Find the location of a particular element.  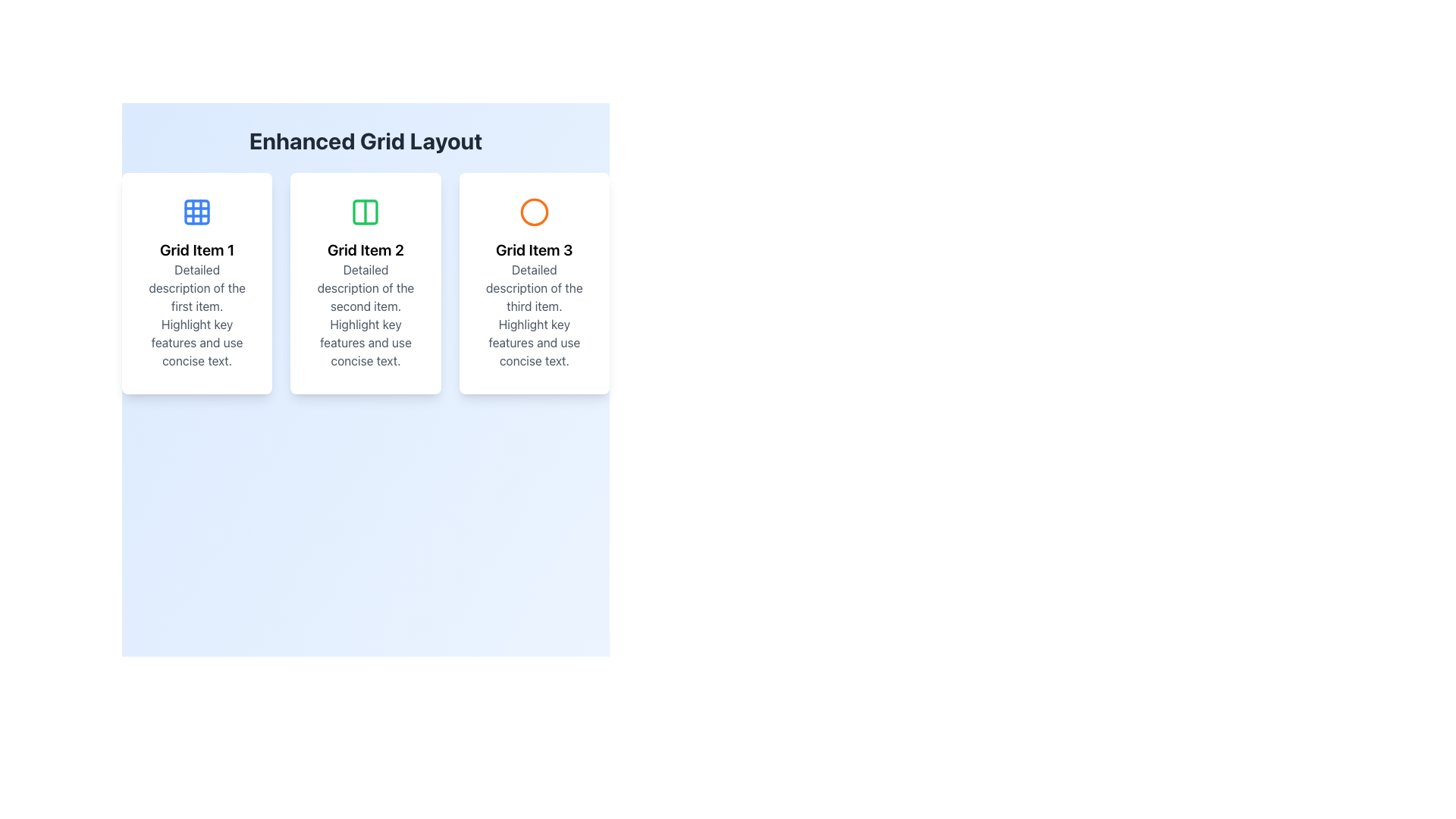

text label that serves as the title for the second grid card, which is centered within the middle card of the grid layout is located at coordinates (366, 249).